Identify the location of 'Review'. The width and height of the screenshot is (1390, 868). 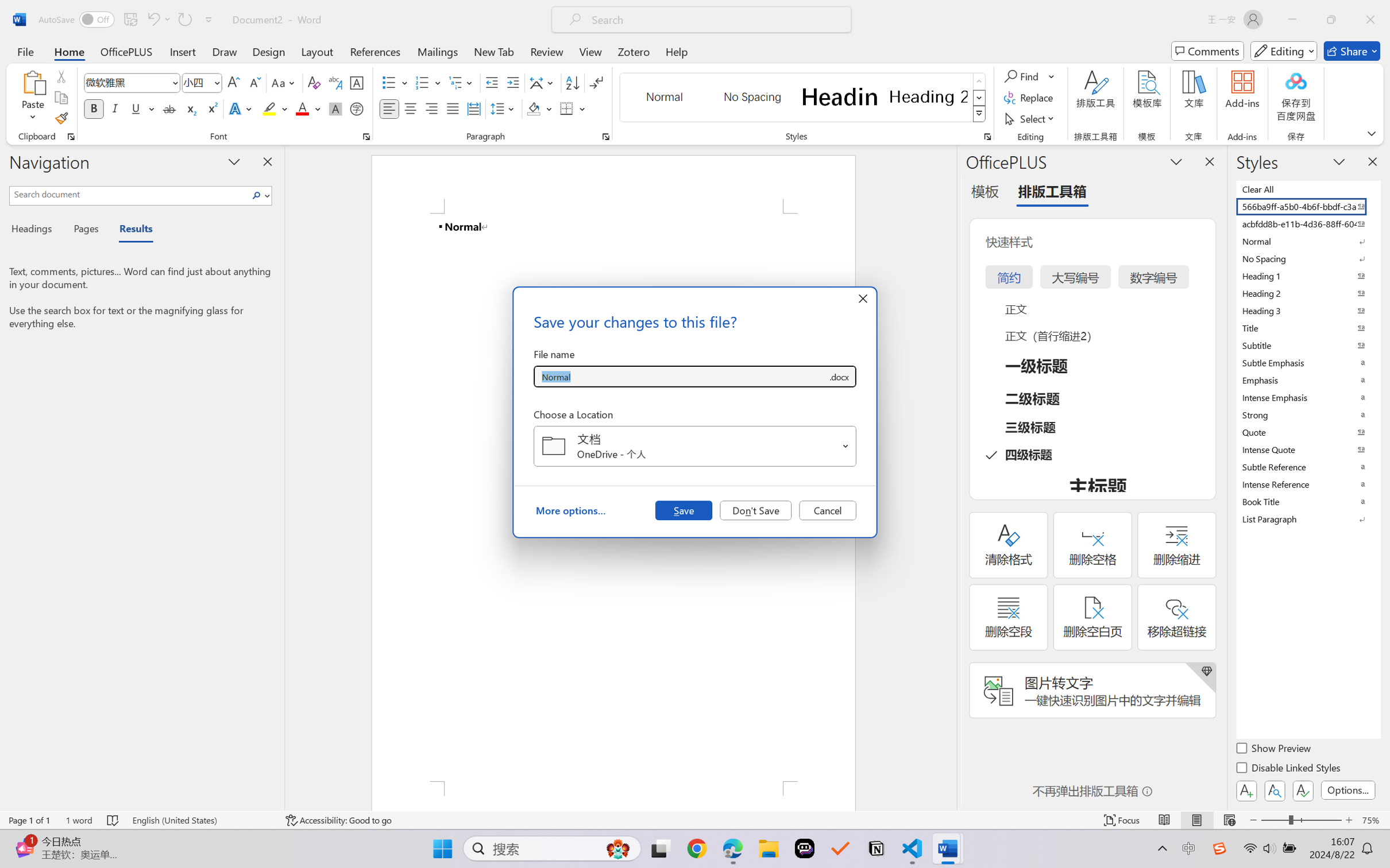
(546, 51).